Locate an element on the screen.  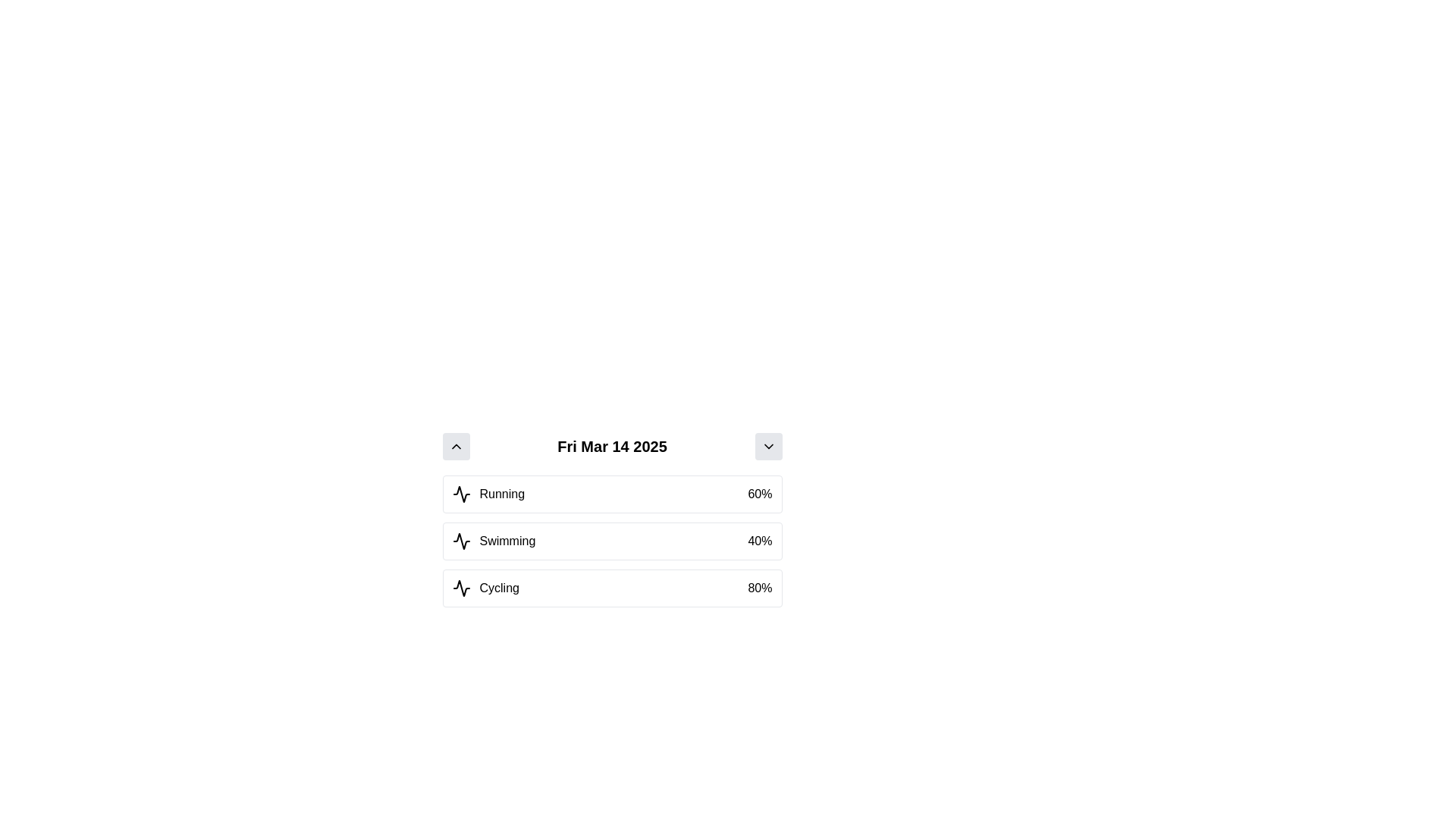
the activity waveform icon, which is styled with a black outline and positioned next to the text 'Cycling' in the bottom-most row of the visible list is located at coordinates (460, 587).